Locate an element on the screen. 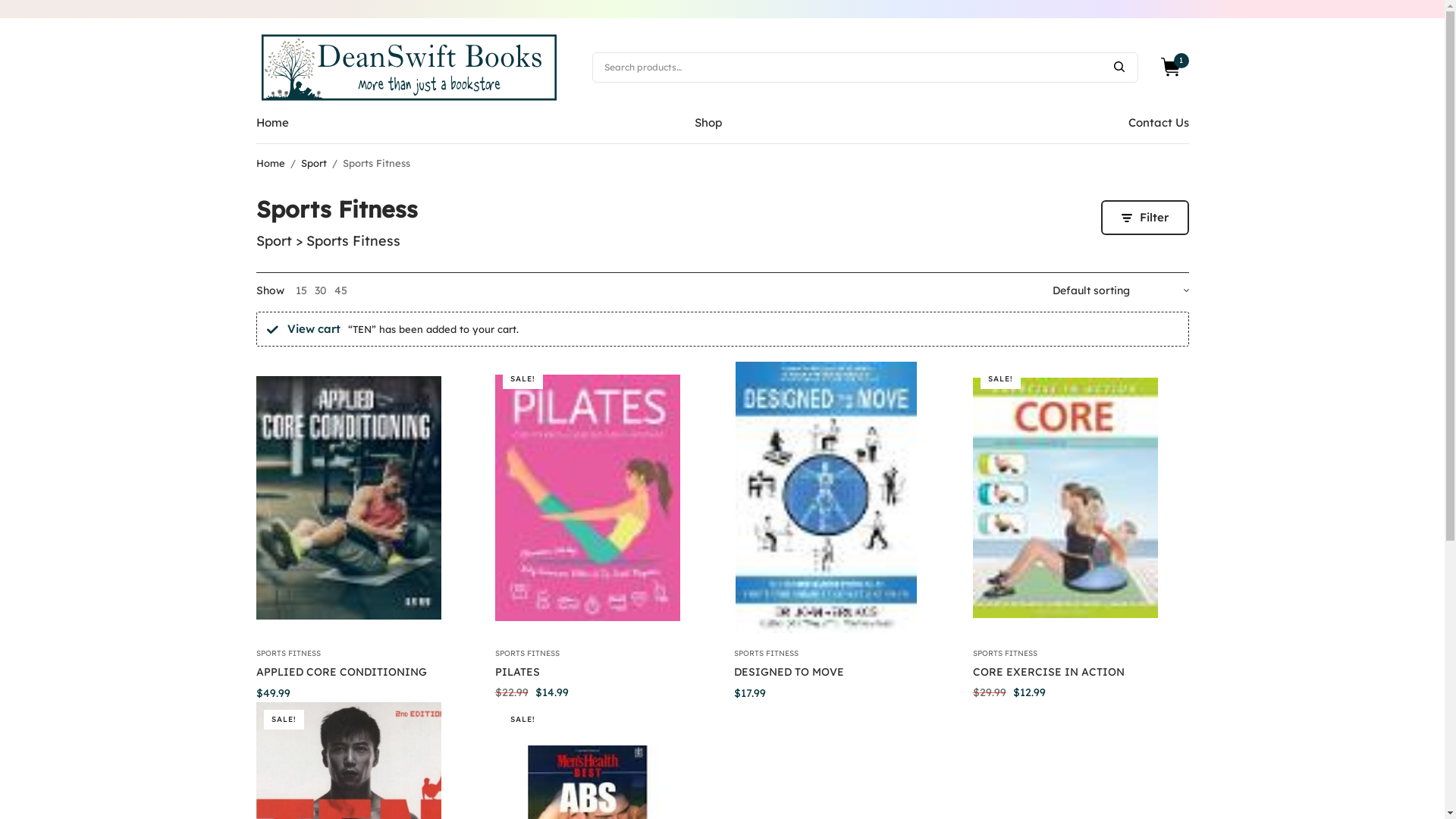  'SALE!' is located at coordinates (601, 497).